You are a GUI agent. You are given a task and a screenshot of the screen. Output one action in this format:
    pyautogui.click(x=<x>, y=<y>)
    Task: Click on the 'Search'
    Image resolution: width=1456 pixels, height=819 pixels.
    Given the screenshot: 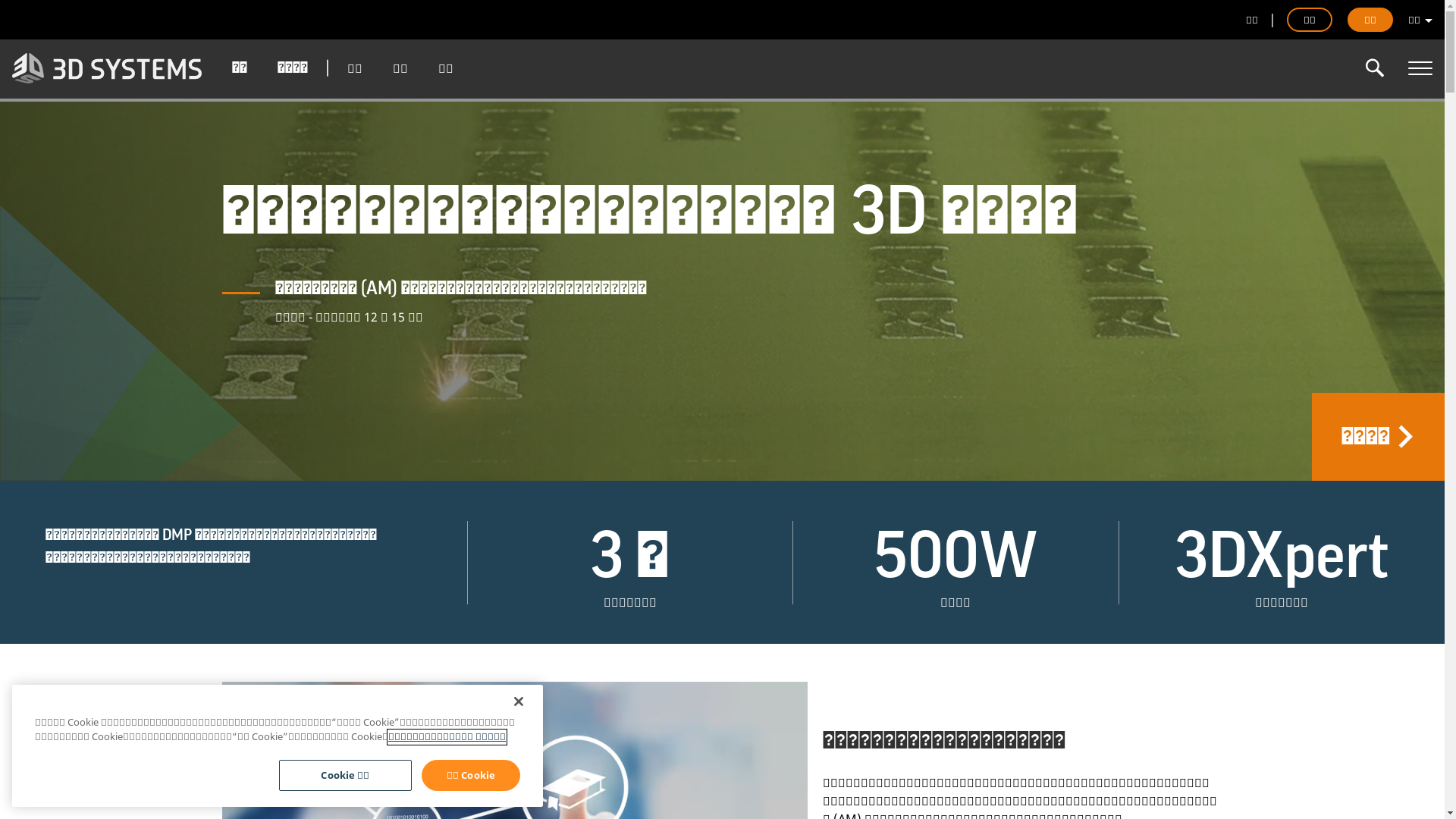 What is the action you would take?
    pyautogui.click(x=1375, y=67)
    